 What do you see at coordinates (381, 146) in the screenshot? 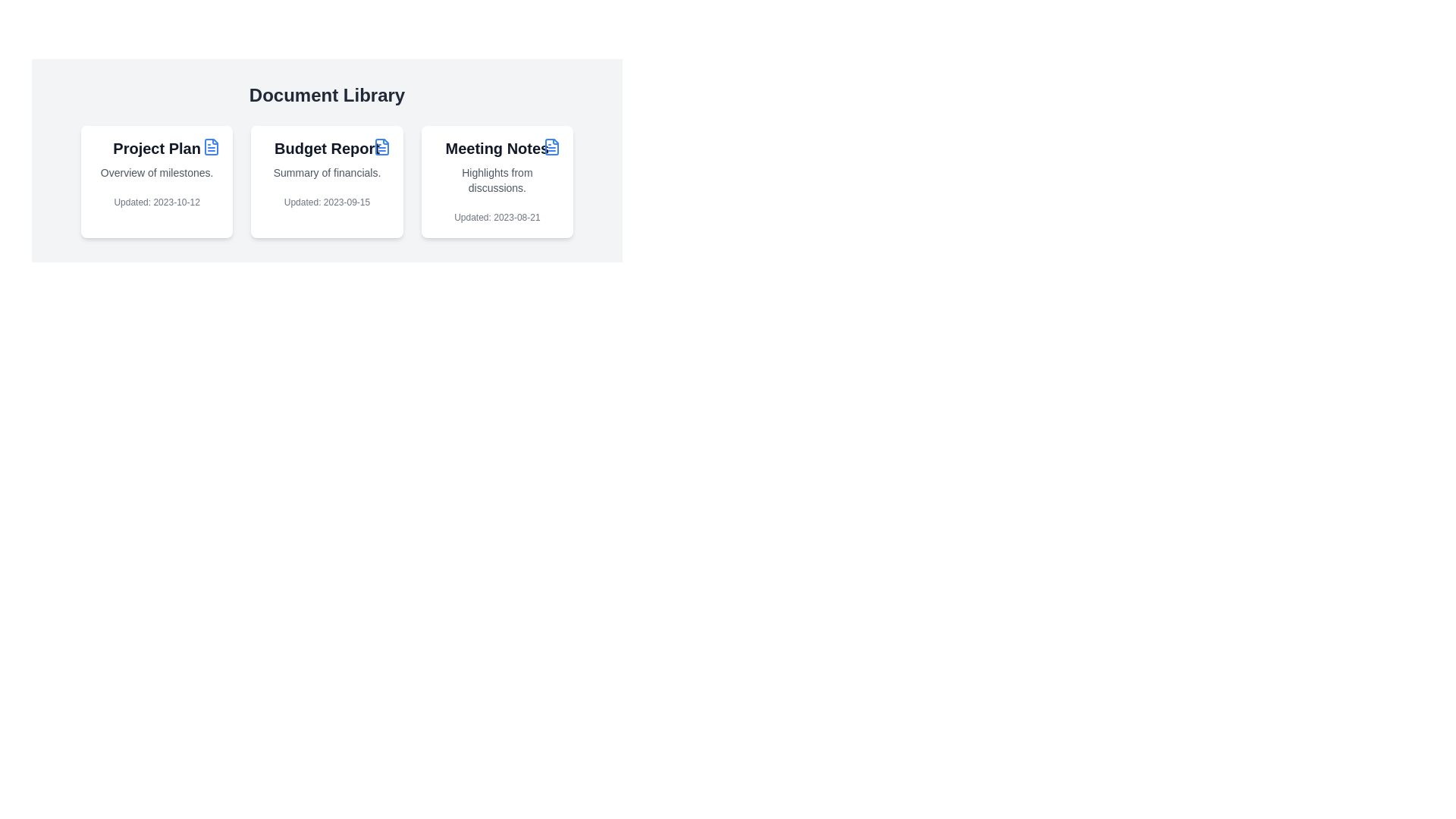
I see `the schematic file icon which is part of the icon group next to the 'Budget Report' title in the Document Library layout` at bounding box center [381, 146].